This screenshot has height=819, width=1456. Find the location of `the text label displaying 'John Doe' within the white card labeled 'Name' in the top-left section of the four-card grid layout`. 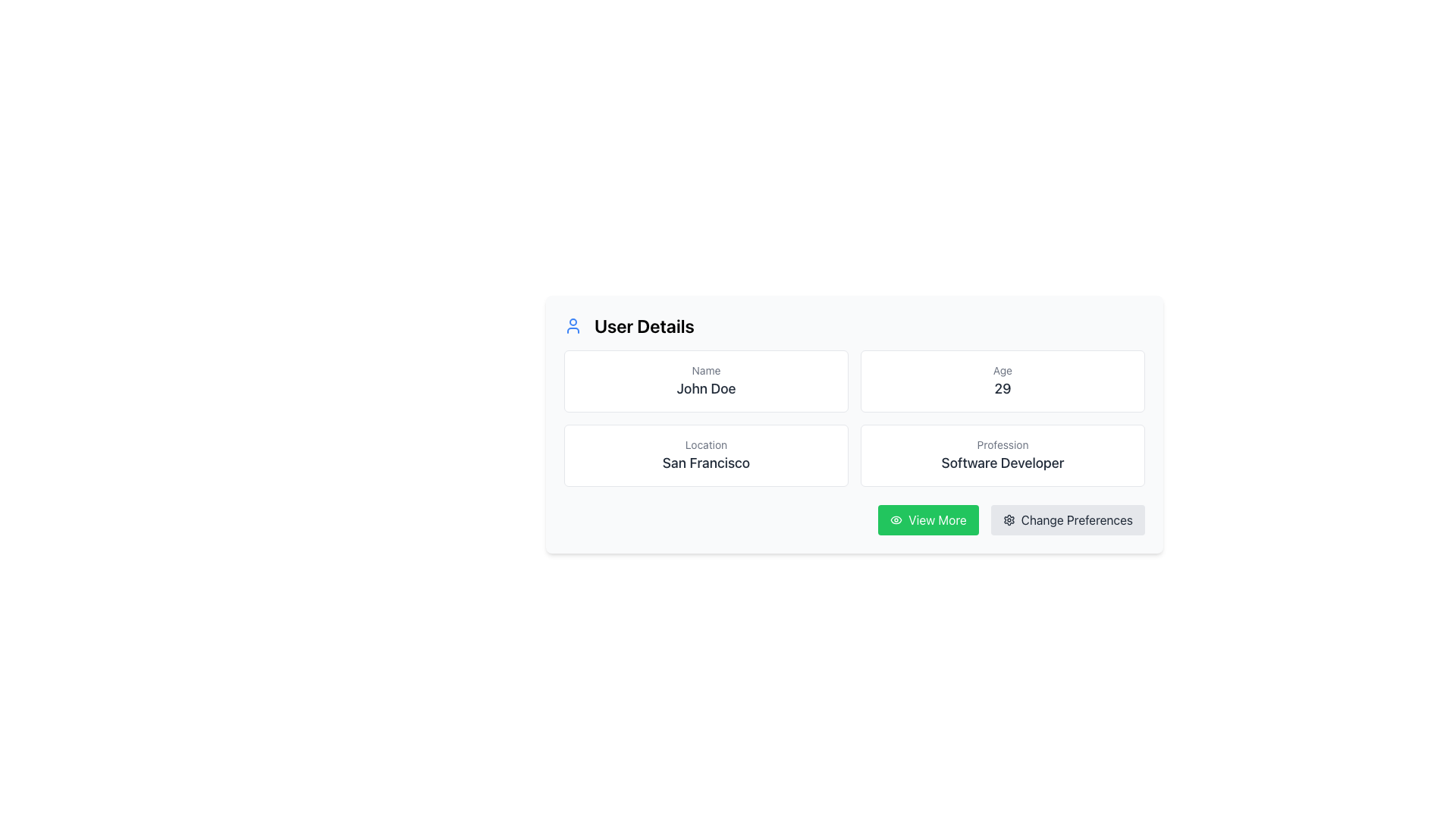

the text label displaying 'John Doe' within the white card labeled 'Name' in the top-left section of the four-card grid layout is located at coordinates (705, 388).